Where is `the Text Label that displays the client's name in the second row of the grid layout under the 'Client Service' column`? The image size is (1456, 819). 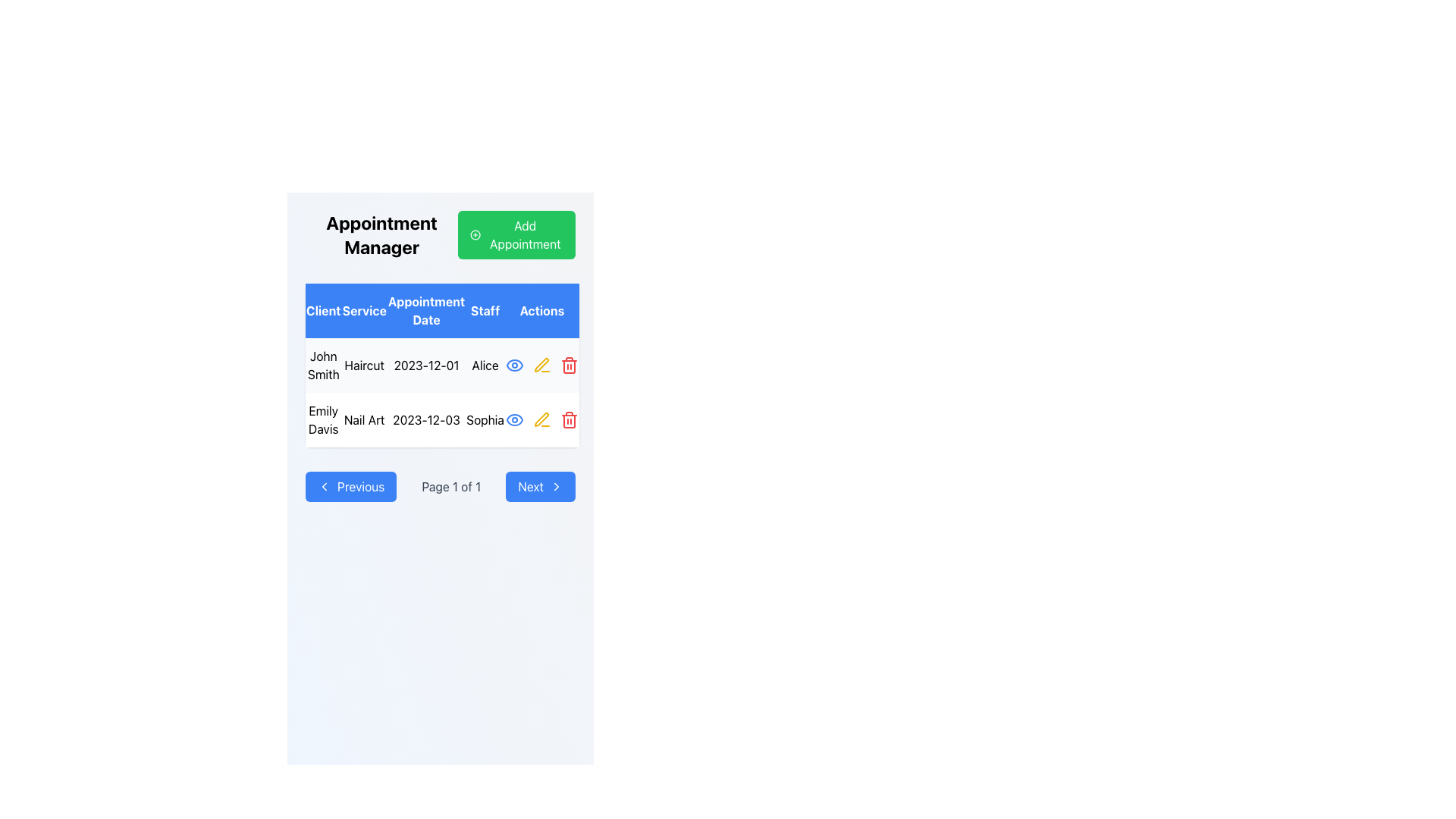
the Text Label that displays the client's name in the second row of the grid layout under the 'Client Service' column is located at coordinates (322, 420).